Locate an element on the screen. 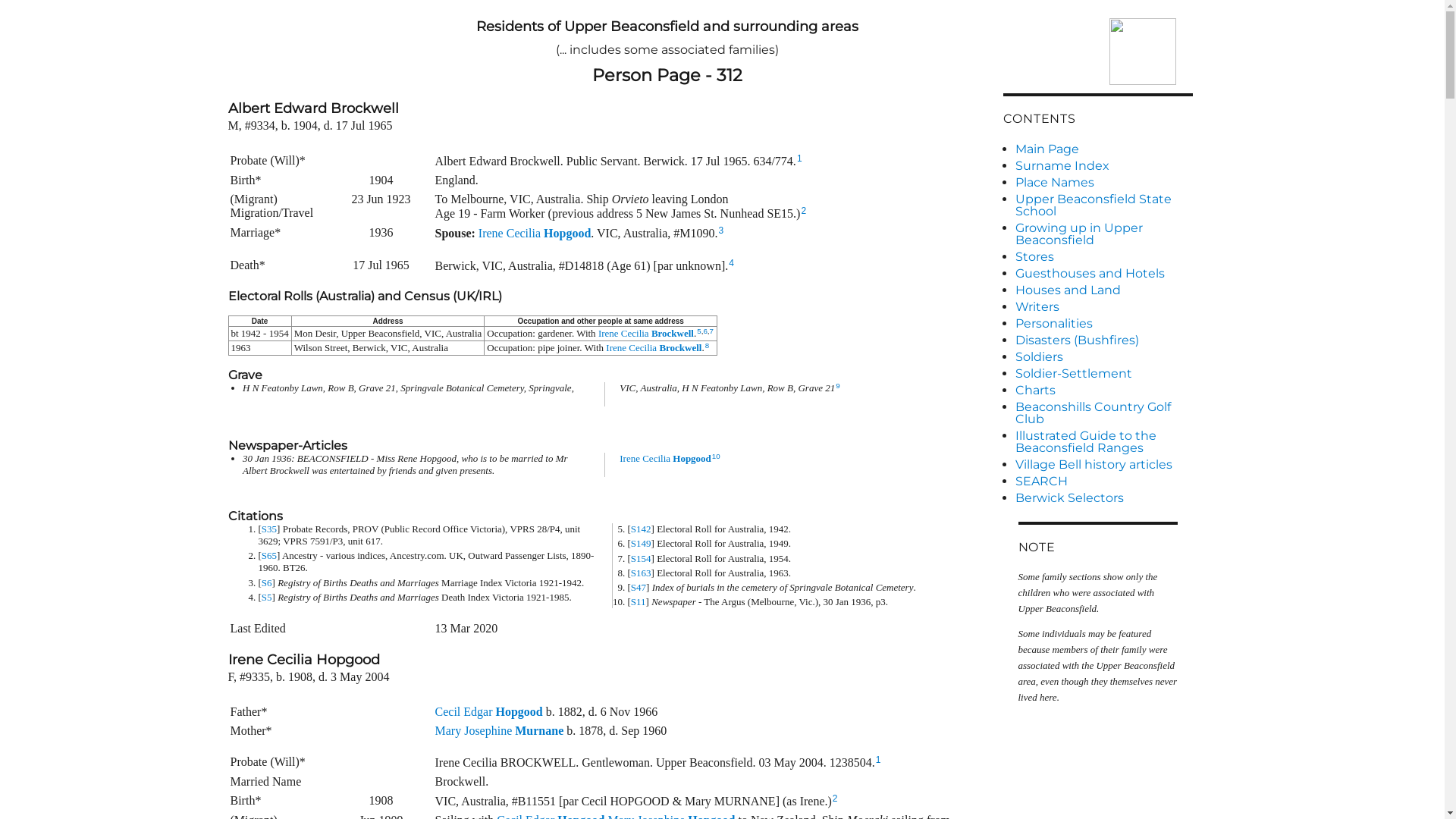 Image resolution: width=1456 pixels, height=819 pixels. '1' is located at coordinates (799, 158).